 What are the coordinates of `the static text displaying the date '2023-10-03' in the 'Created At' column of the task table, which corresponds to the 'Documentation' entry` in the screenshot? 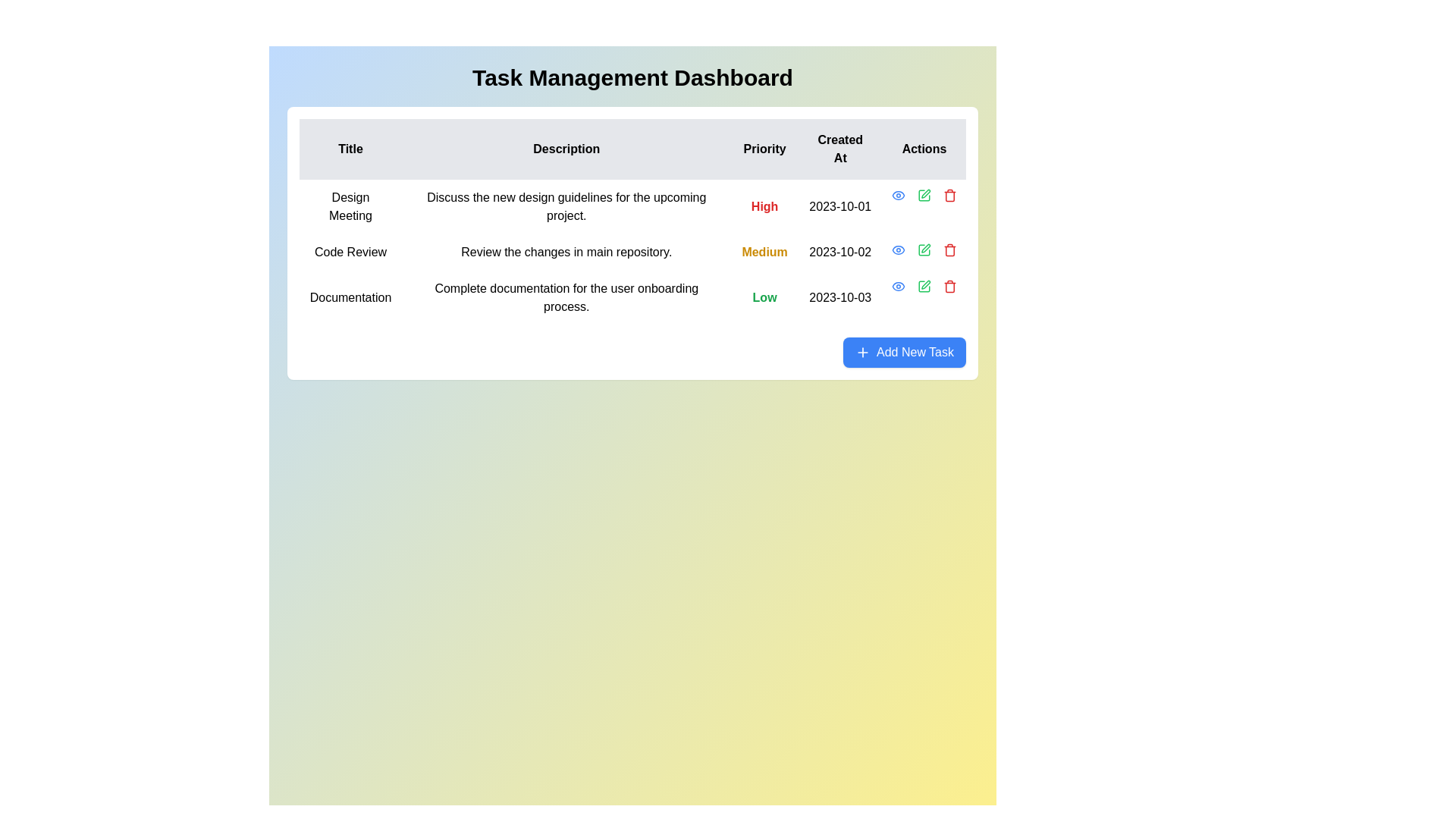 It's located at (839, 298).